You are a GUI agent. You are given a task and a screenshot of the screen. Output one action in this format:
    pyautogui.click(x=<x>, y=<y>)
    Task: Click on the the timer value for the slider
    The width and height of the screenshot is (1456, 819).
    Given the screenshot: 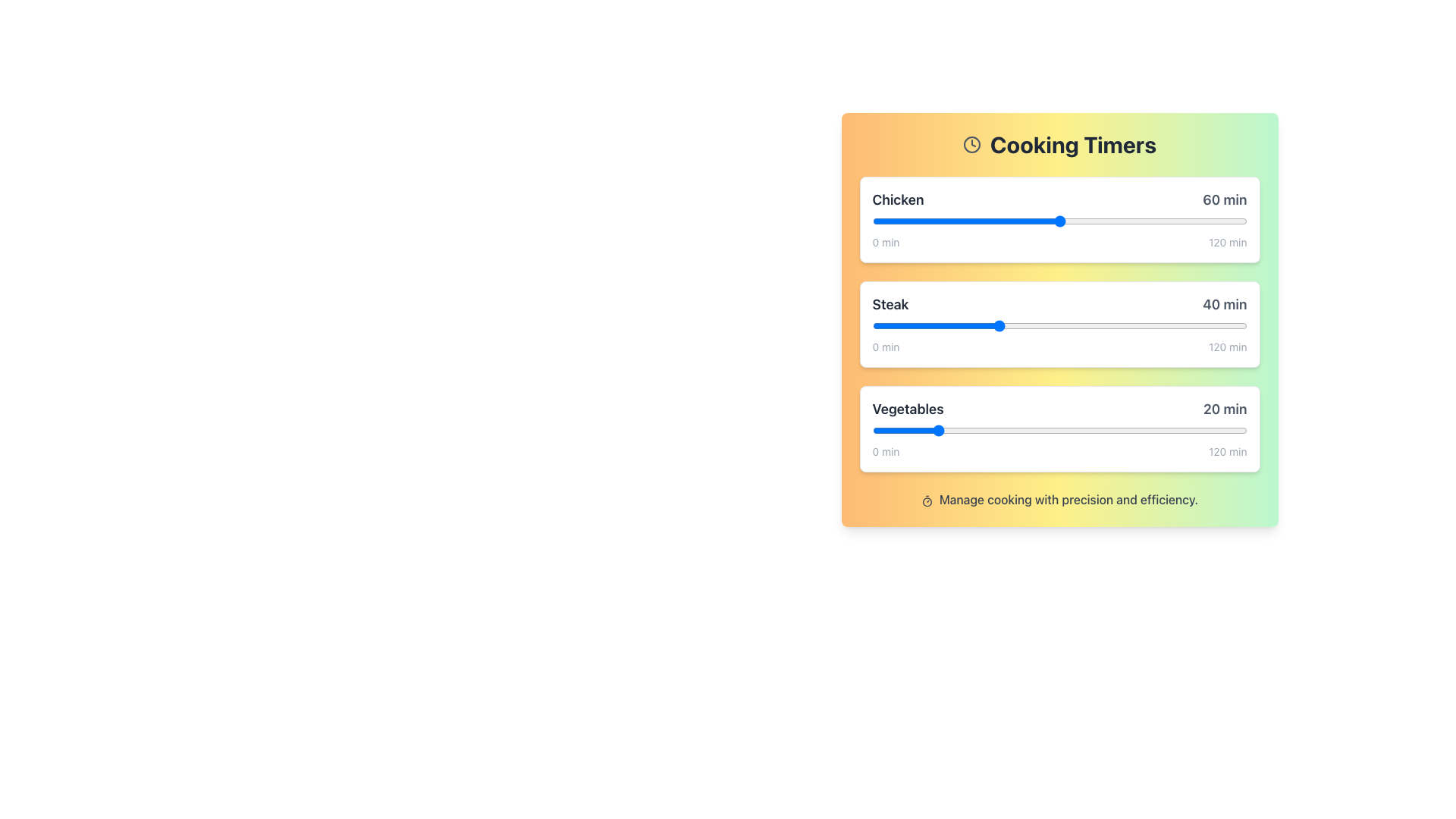 What is the action you would take?
    pyautogui.click(x=1225, y=325)
    